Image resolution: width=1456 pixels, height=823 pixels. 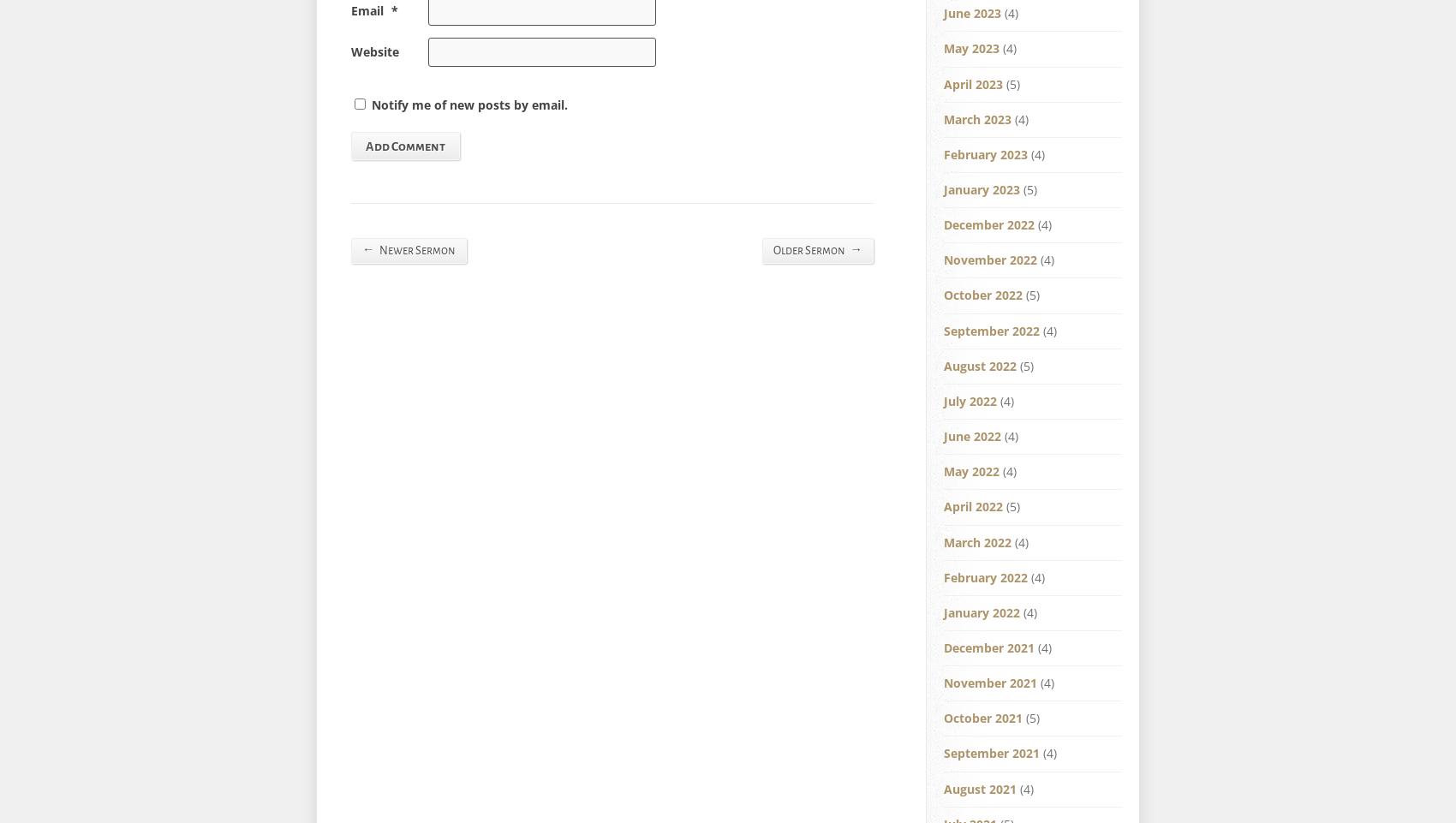 What do you see at coordinates (468, 103) in the screenshot?
I see `'Notify me of new posts by email.'` at bounding box center [468, 103].